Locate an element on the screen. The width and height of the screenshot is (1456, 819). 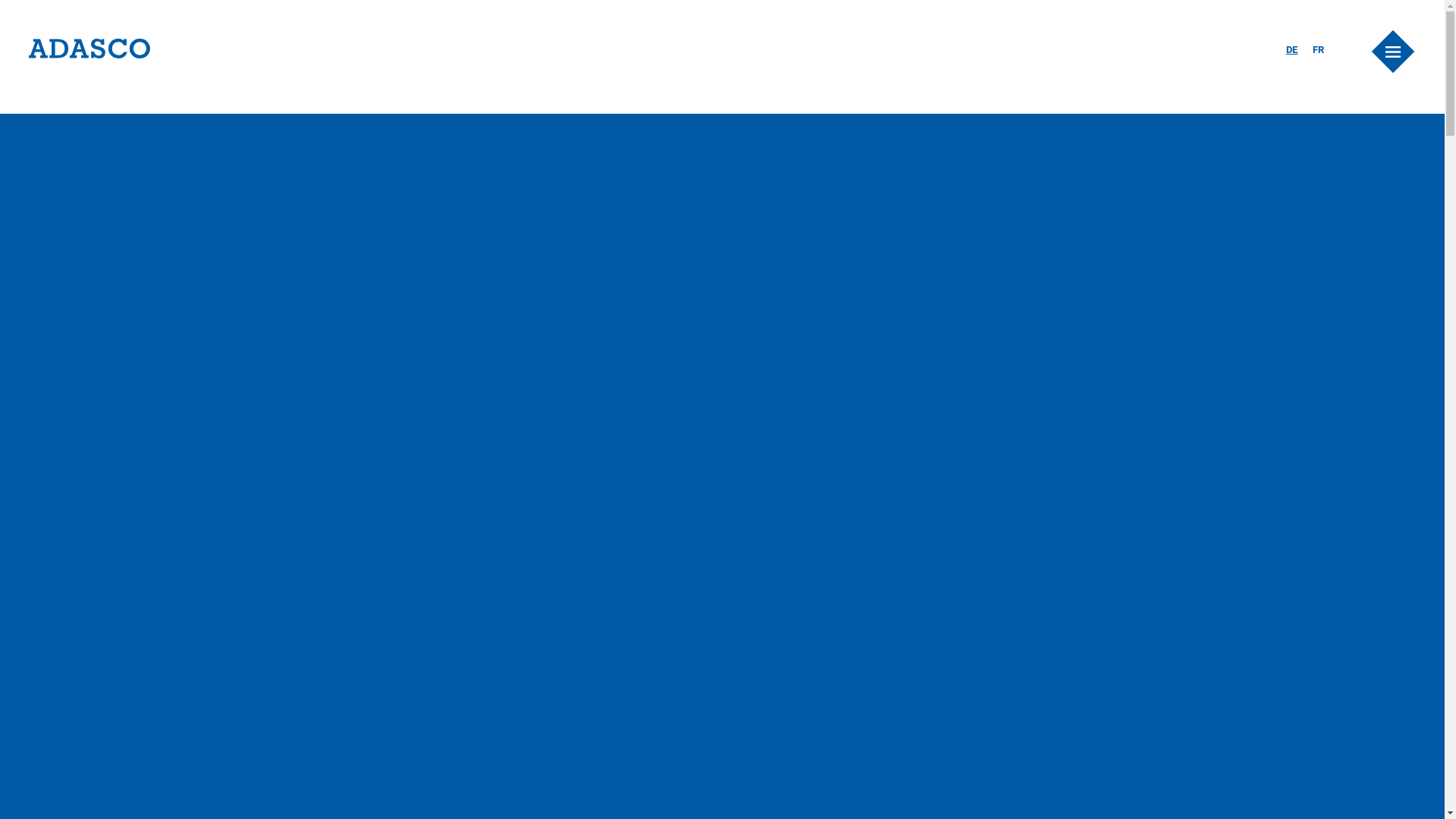
'FR' is located at coordinates (1312, 49).